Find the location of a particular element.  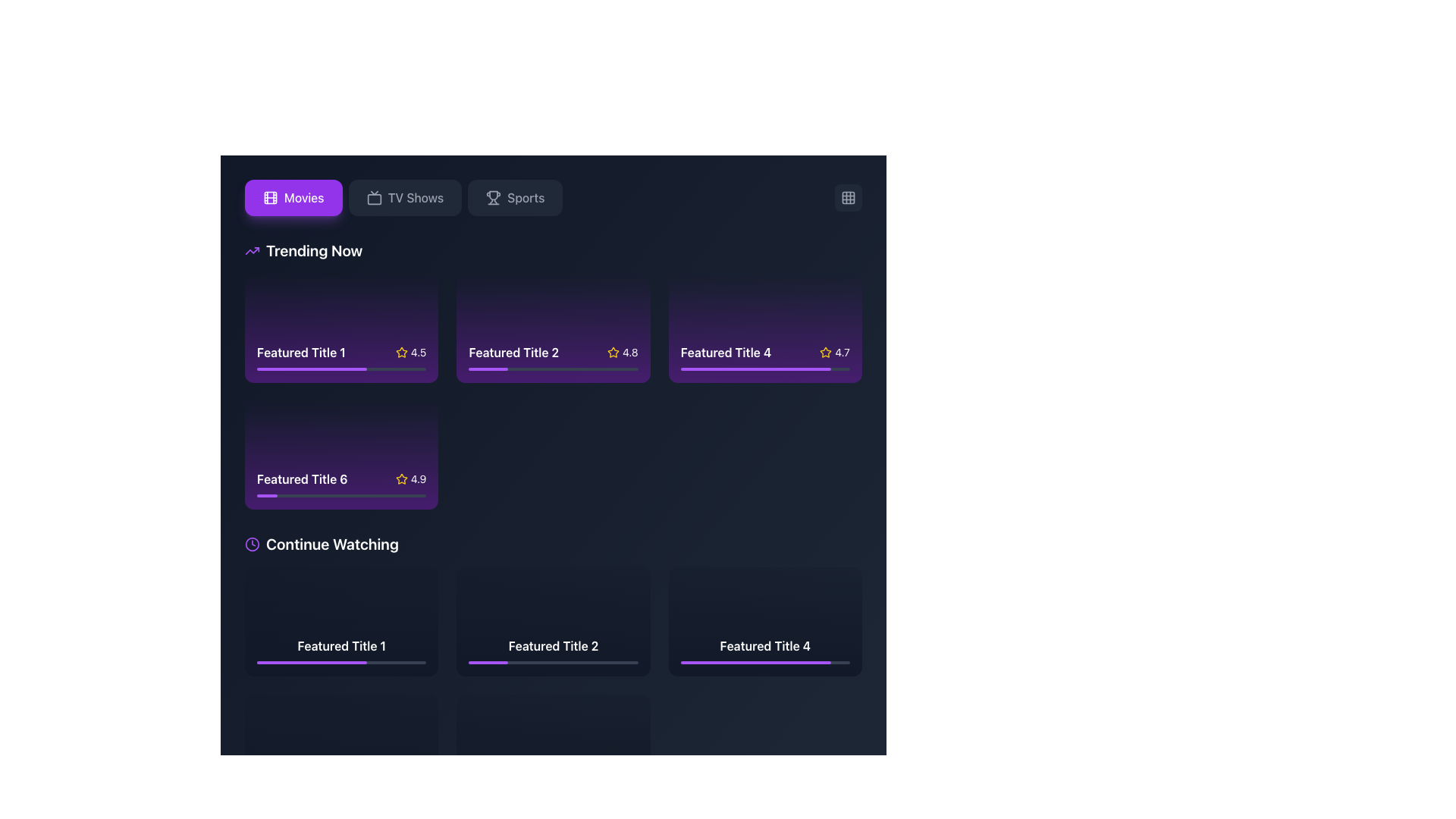

the purple progress segment of the progress indicator located below 'Featured Title 6', indicating 12% progress within the gray background bar is located at coordinates (267, 496).